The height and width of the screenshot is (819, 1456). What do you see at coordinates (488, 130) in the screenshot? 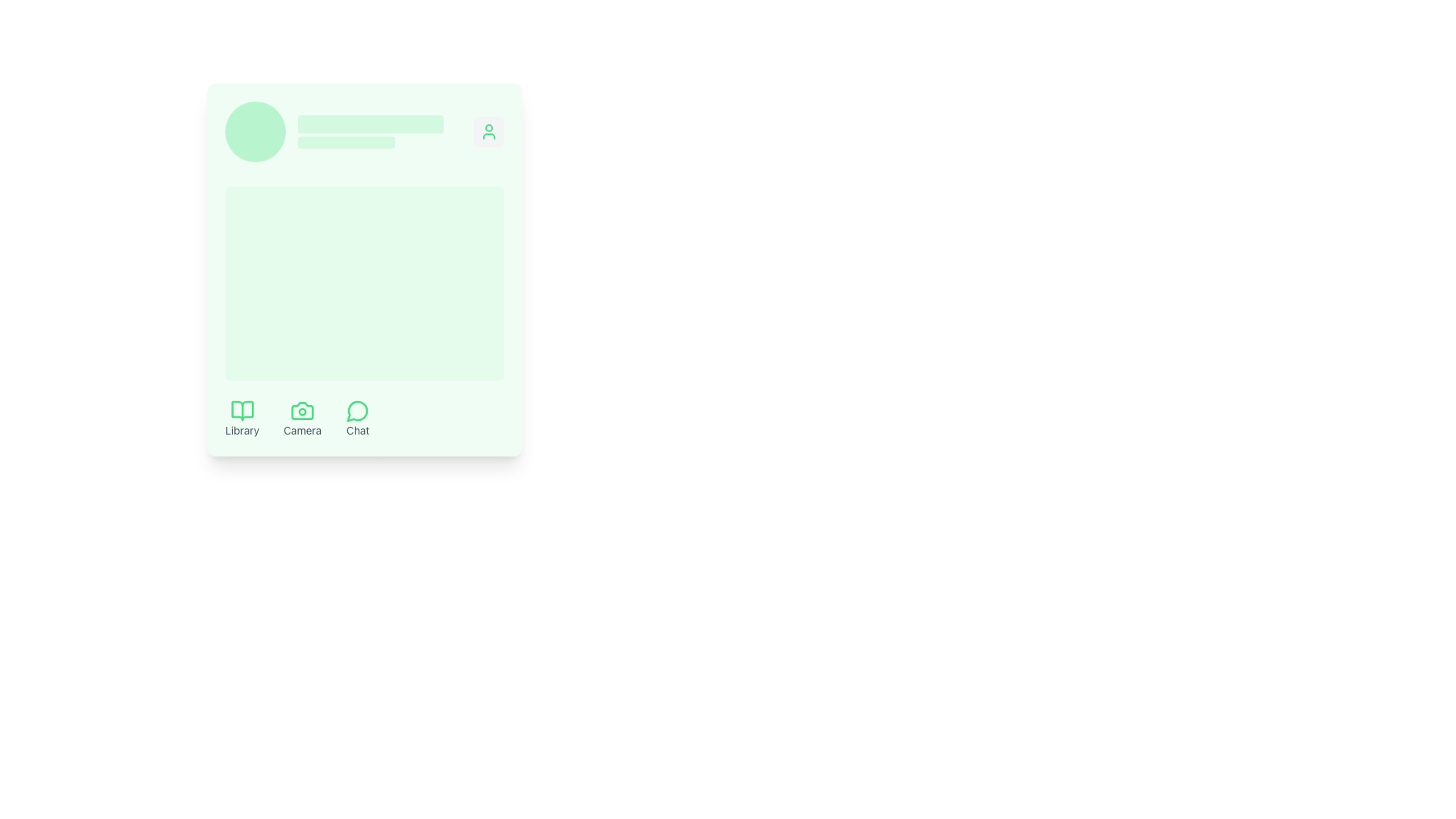
I see `the profile Icon Button located at the top right corner of the interface` at bounding box center [488, 130].